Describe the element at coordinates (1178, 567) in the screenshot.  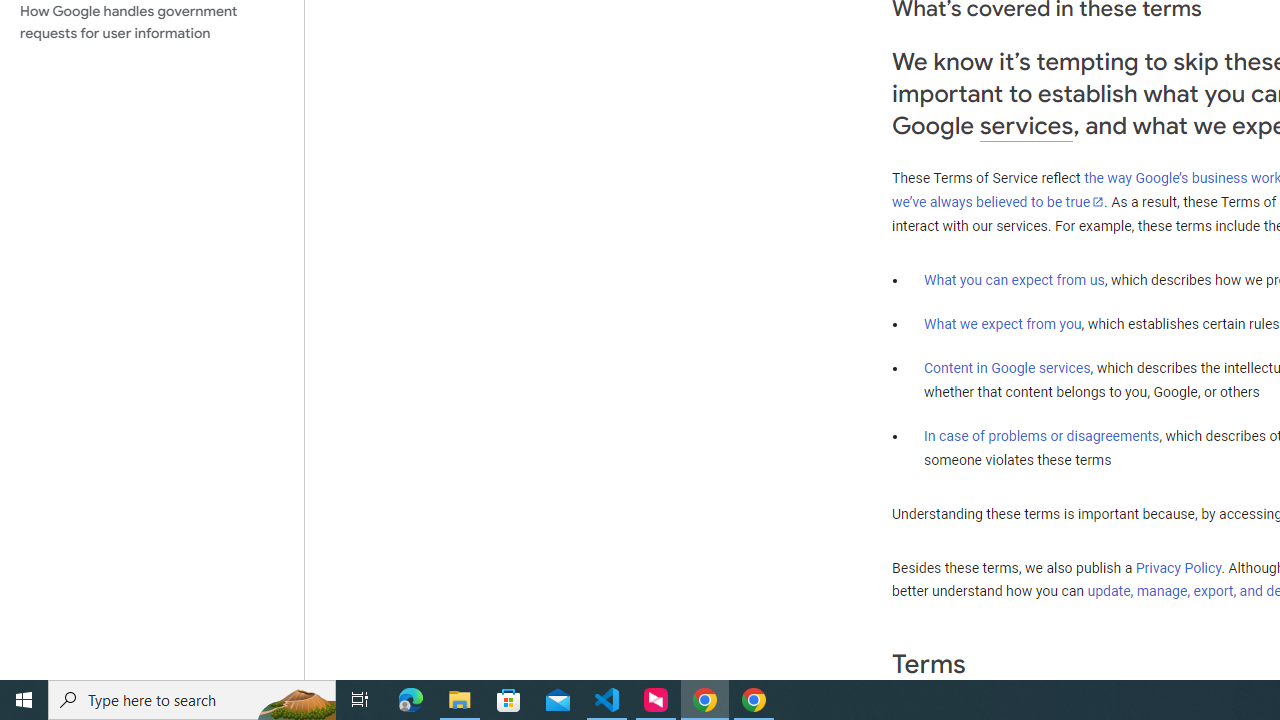
I see `'Privacy Policy'` at that location.